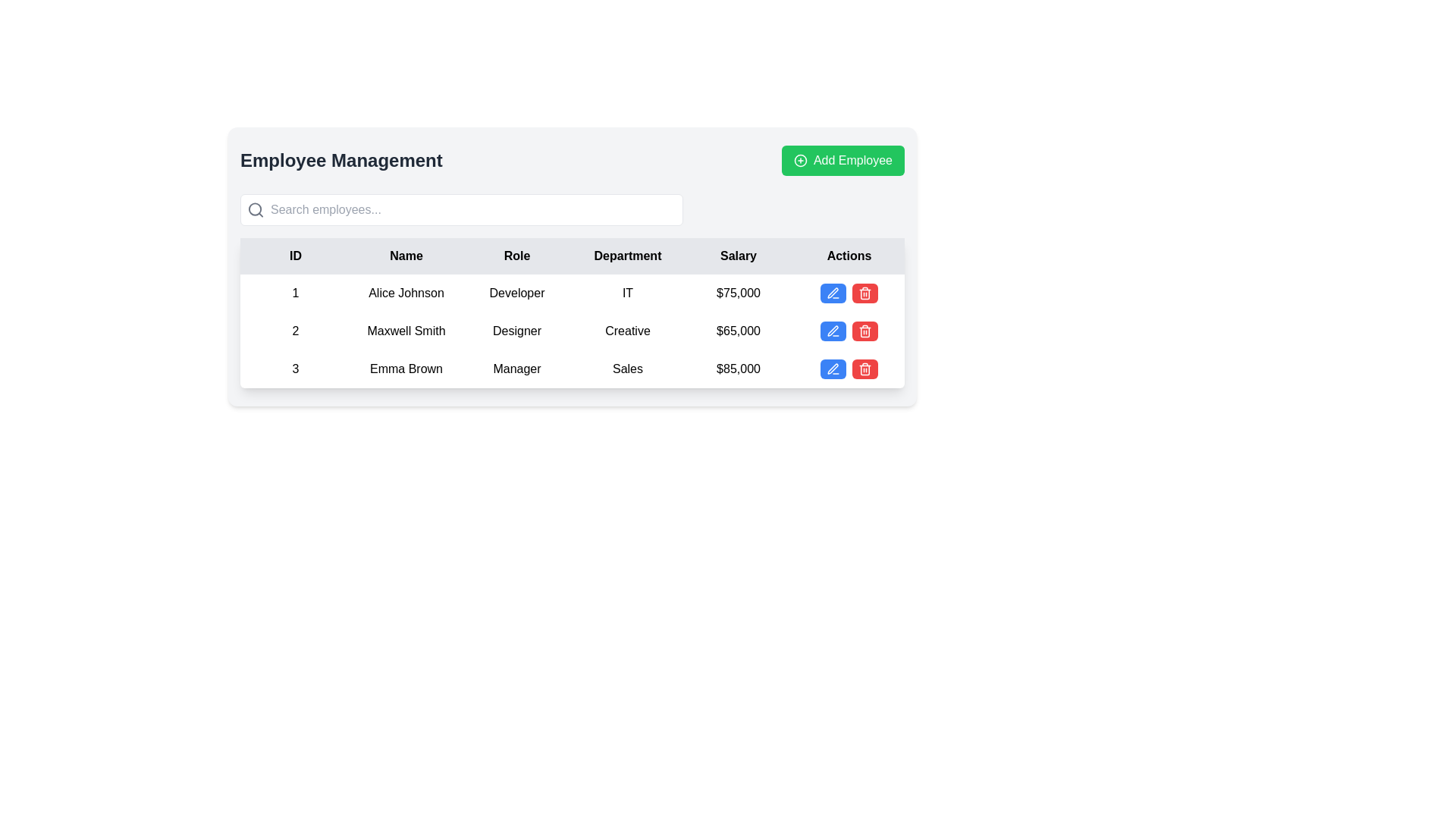  Describe the element at coordinates (833, 293) in the screenshot. I see `the pen icon located next to the text 'Emma Brown' in the 'Actions' column of the interface` at that location.